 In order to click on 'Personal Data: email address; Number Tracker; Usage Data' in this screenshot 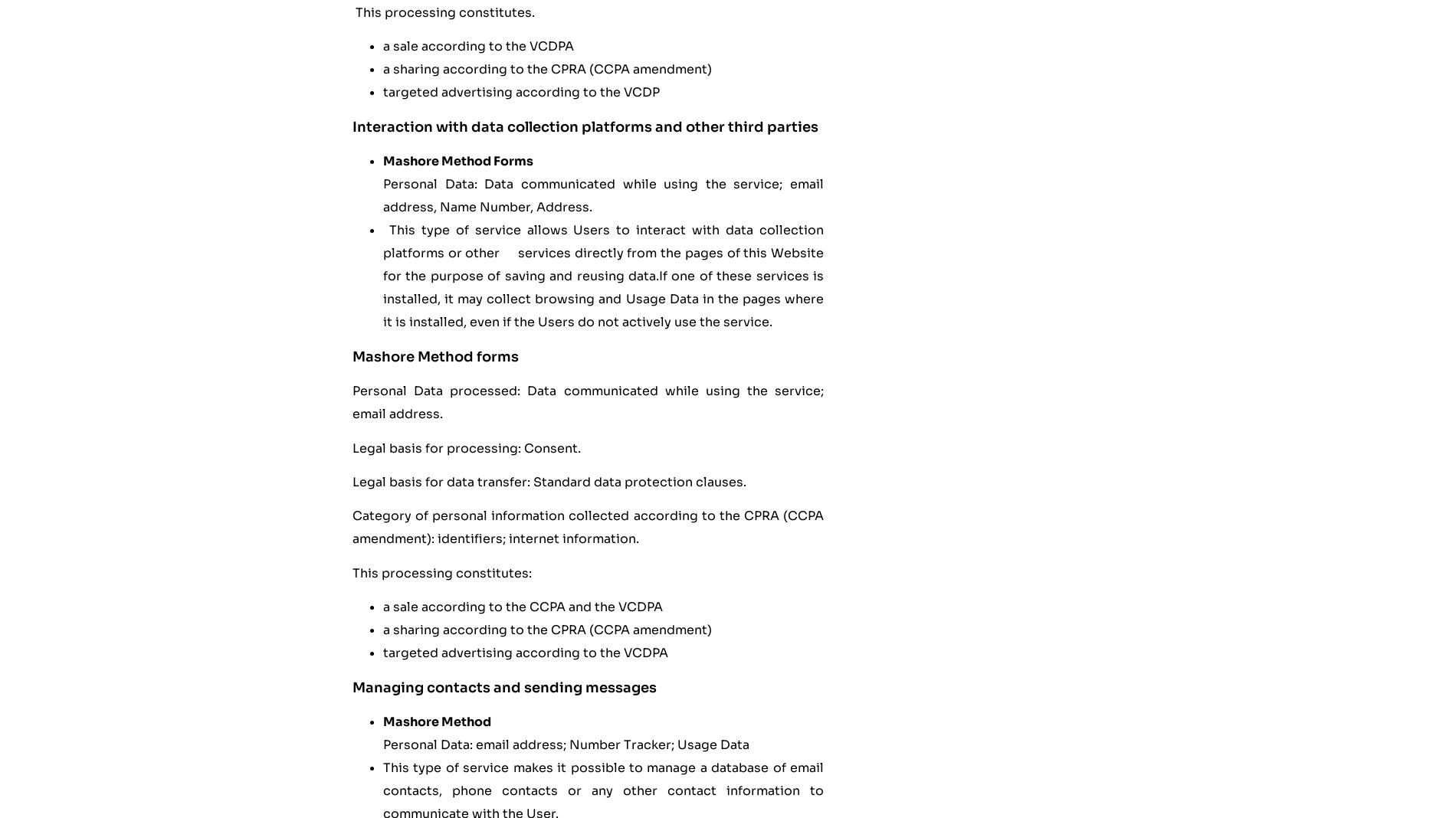, I will do `click(567, 744)`.